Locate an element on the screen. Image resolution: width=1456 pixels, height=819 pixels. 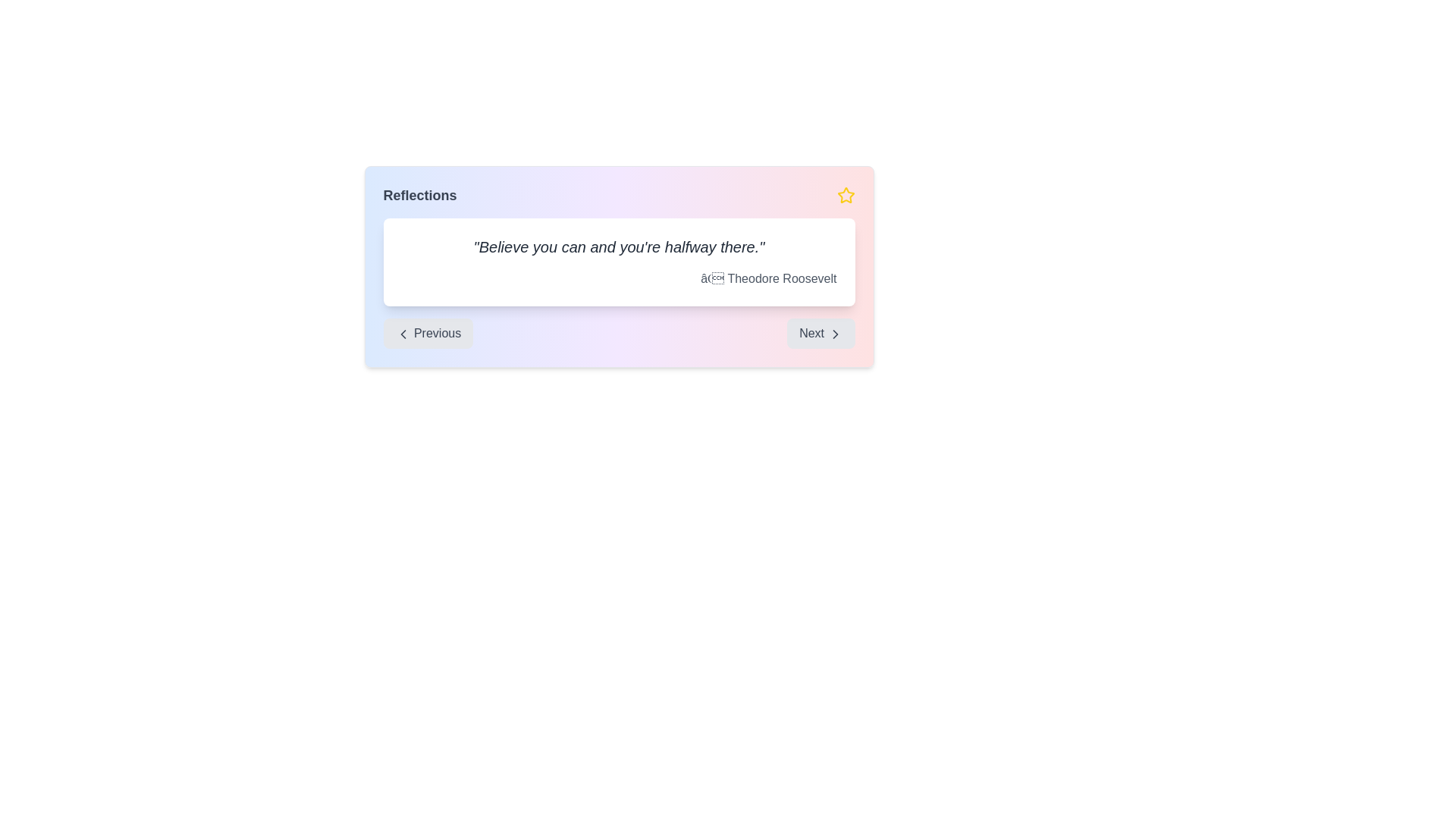
the bold gray text label displaying 'Reflections' located at the top-left of the card-like structure is located at coordinates (420, 195).